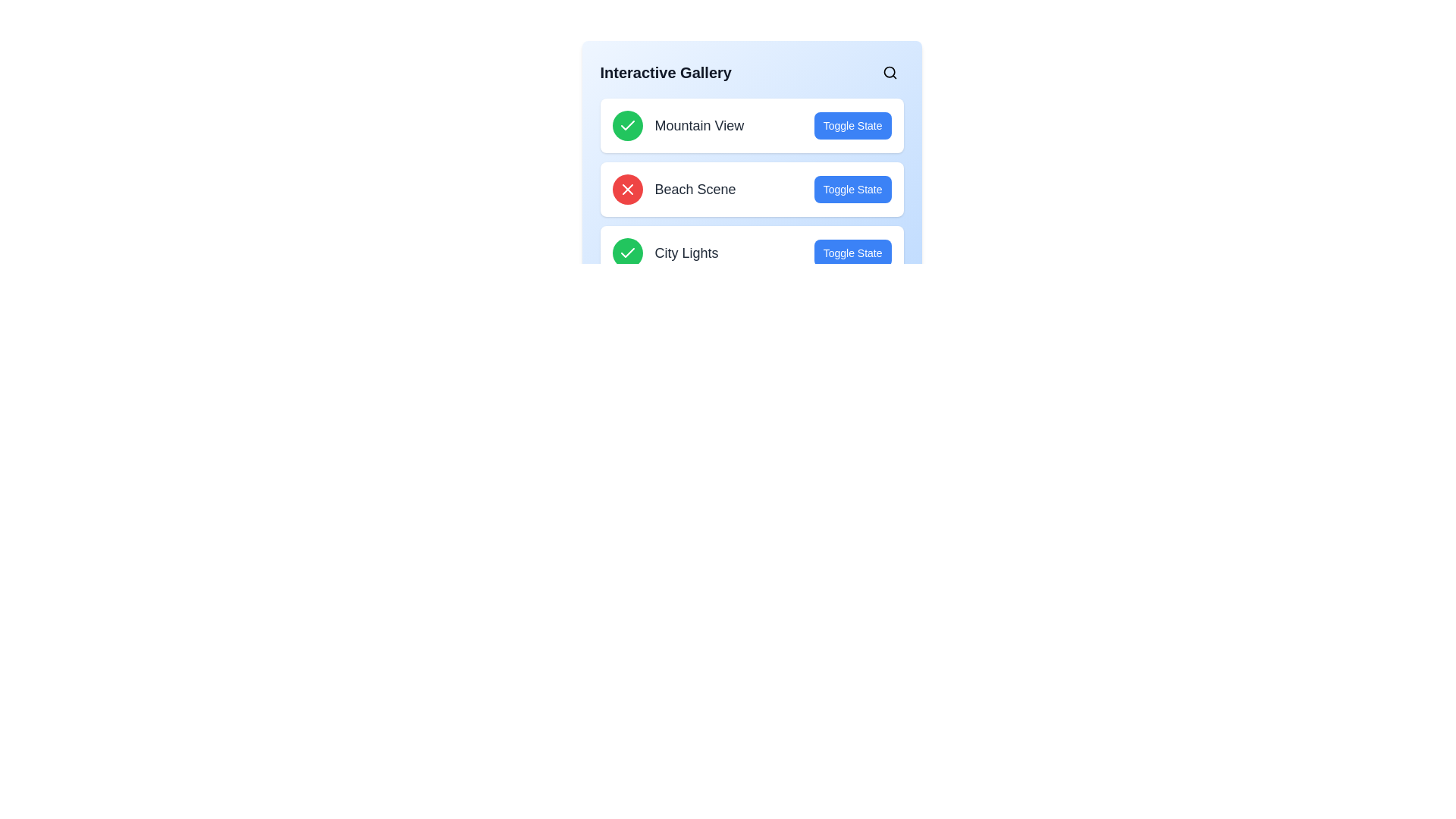  What do you see at coordinates (852, 253) in the screenshot?
I see `'Toggle State' button for the item labeled City Lights` at bounding box center [852, 253].